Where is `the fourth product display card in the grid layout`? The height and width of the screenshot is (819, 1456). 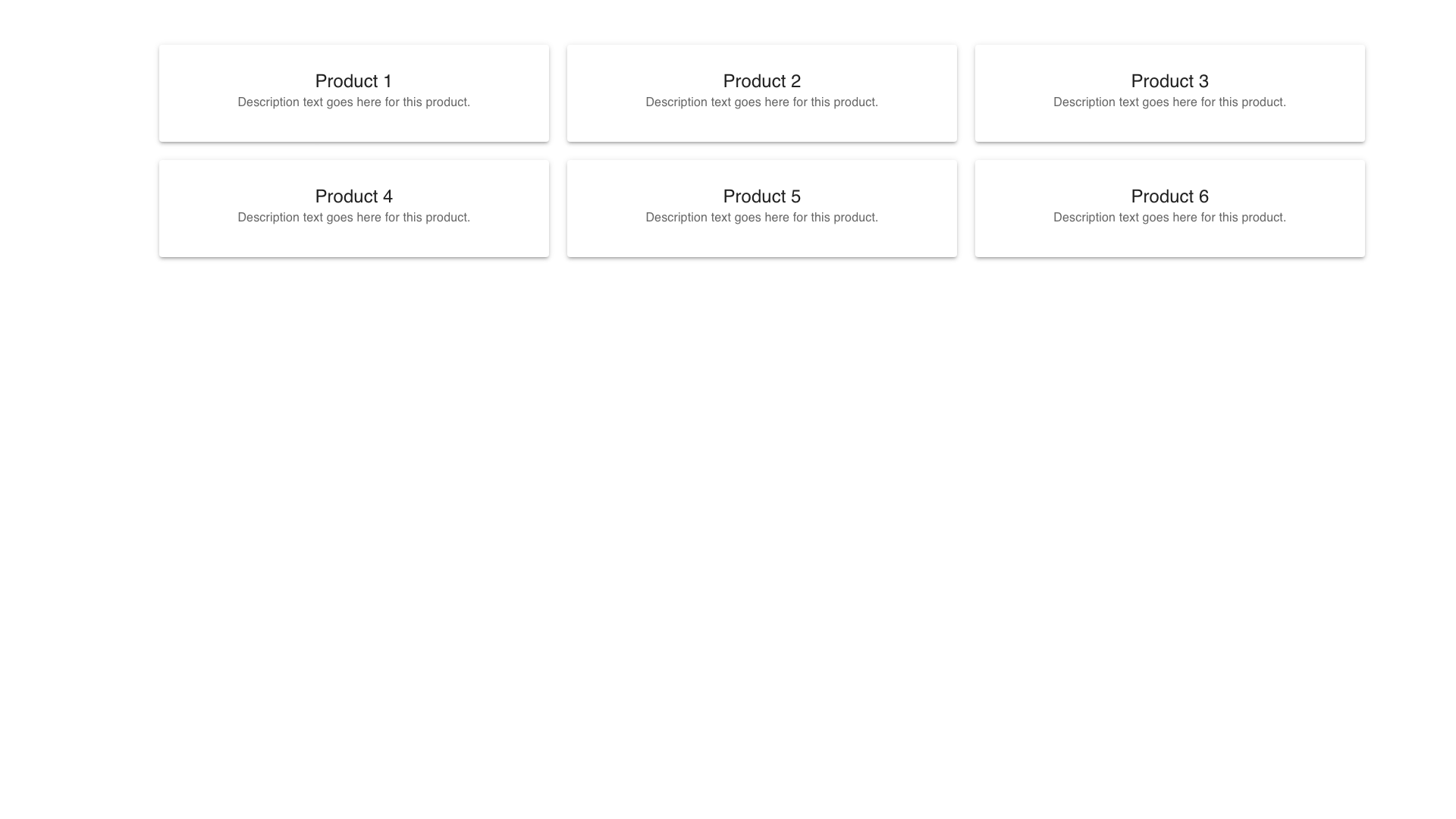 the fourth product display card in the grid layout is located at coordinates (353, 208).